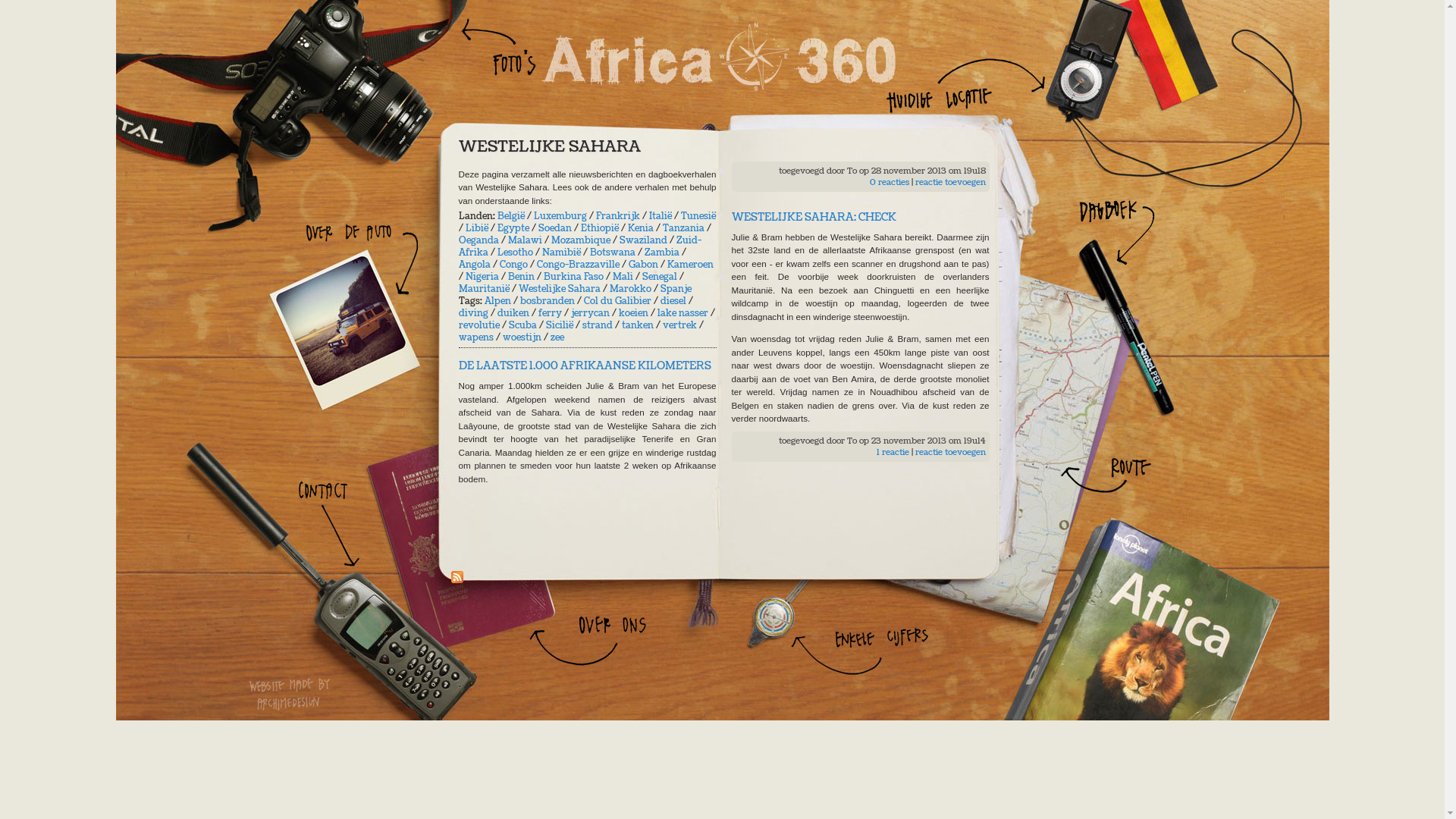 The height and width of the screenshot is (819, 1456). I want to click on 'Alpen', so click(497, 301).